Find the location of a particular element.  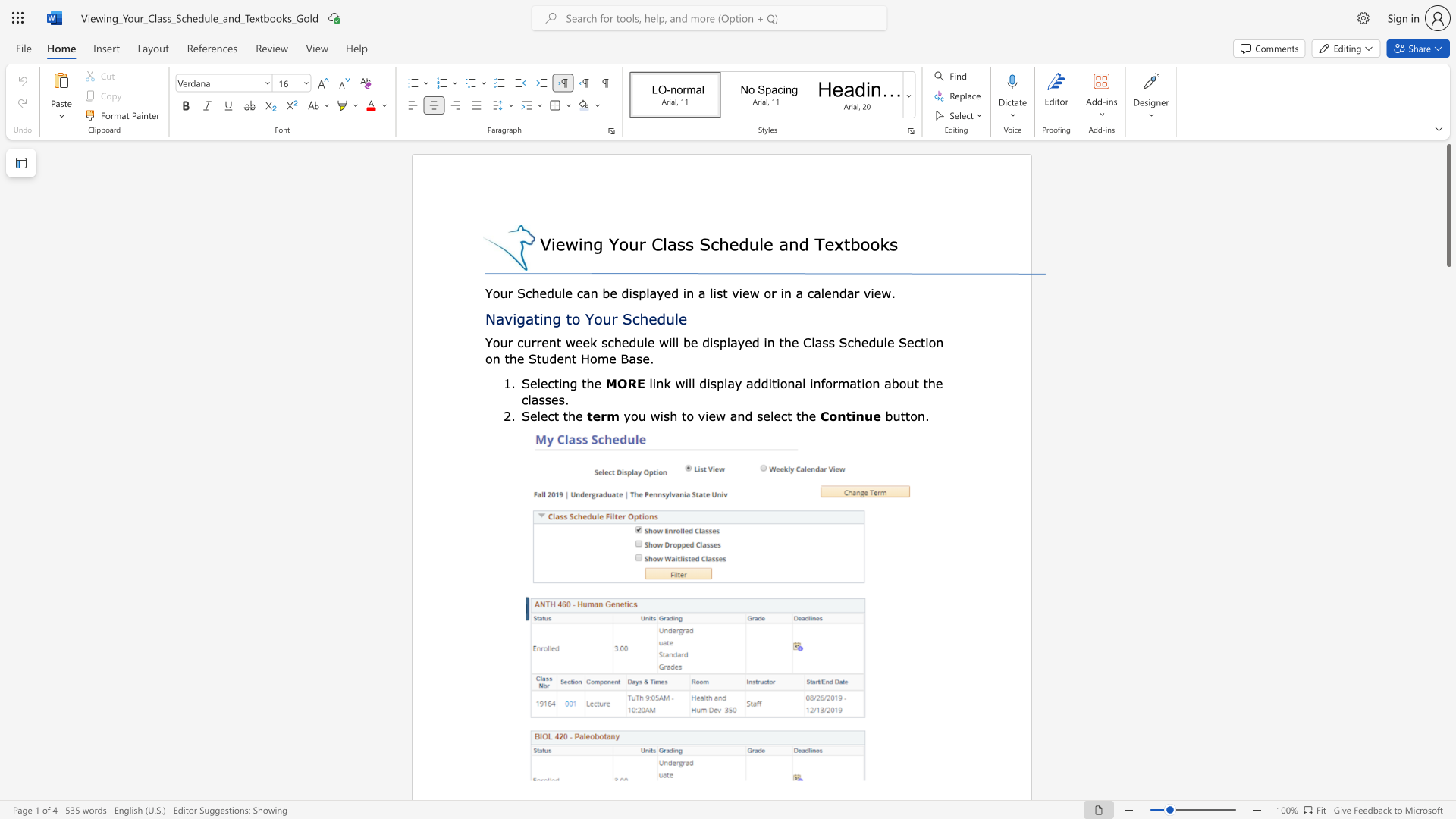

the scrollbar to move the content lower is located at coordinates (1448, 295).